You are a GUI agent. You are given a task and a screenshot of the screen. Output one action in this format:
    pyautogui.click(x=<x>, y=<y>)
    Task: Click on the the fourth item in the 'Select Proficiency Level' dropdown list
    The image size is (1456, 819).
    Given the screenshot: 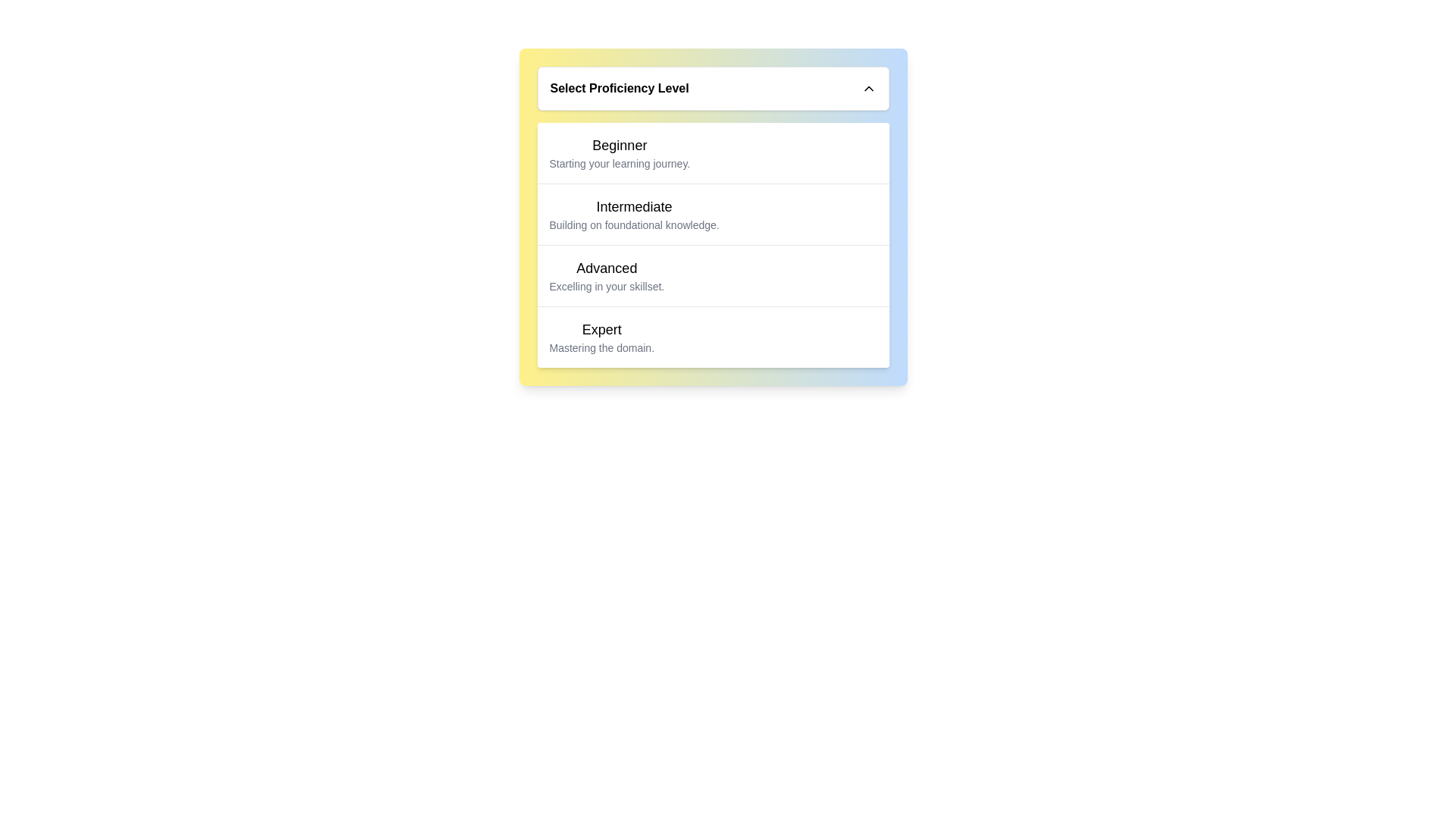 What is the action you would take?
    pyautogui.click(x=712, y=336)
    